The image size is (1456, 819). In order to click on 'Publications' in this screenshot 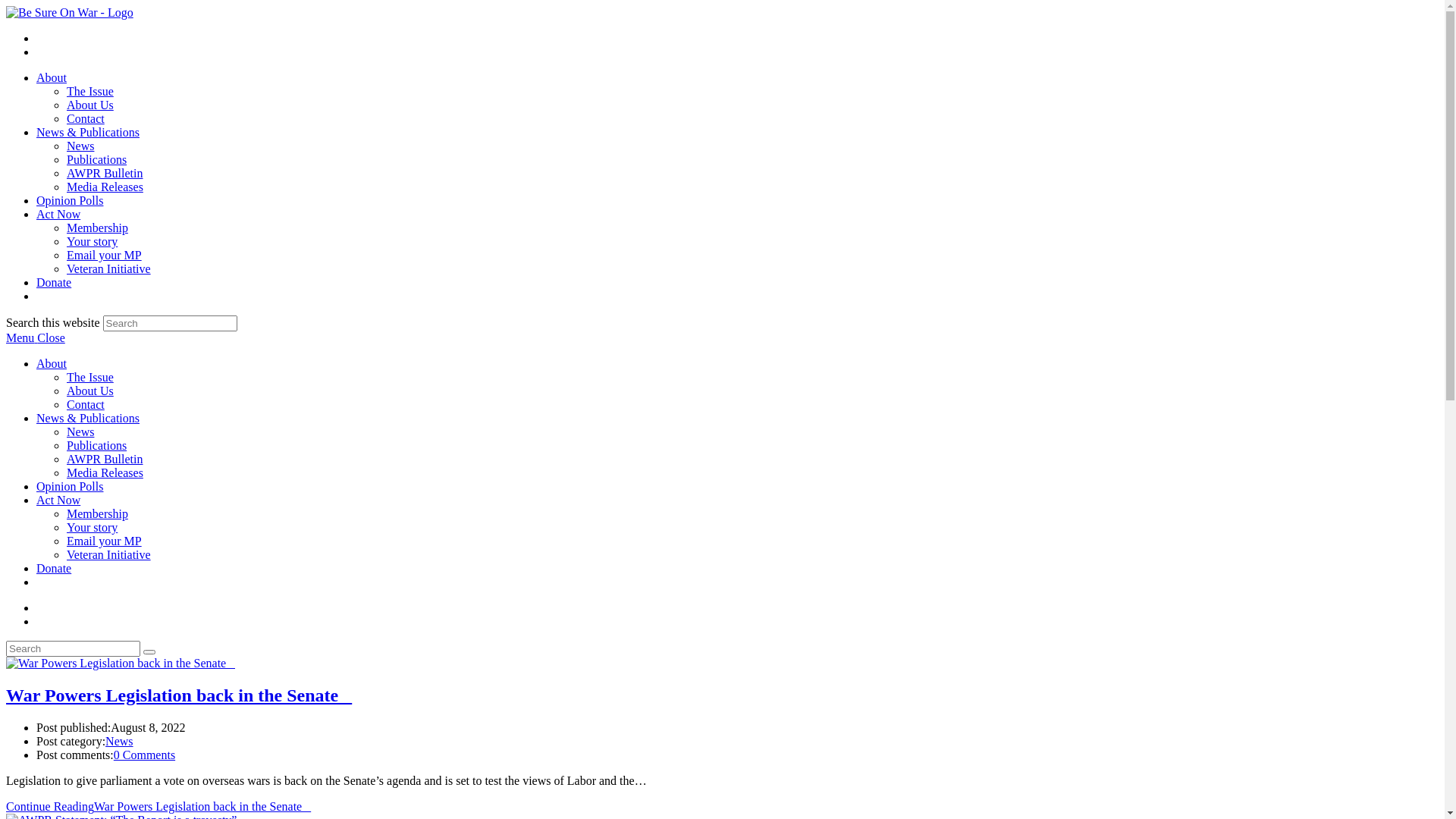, I will do `click(96, 159)`.